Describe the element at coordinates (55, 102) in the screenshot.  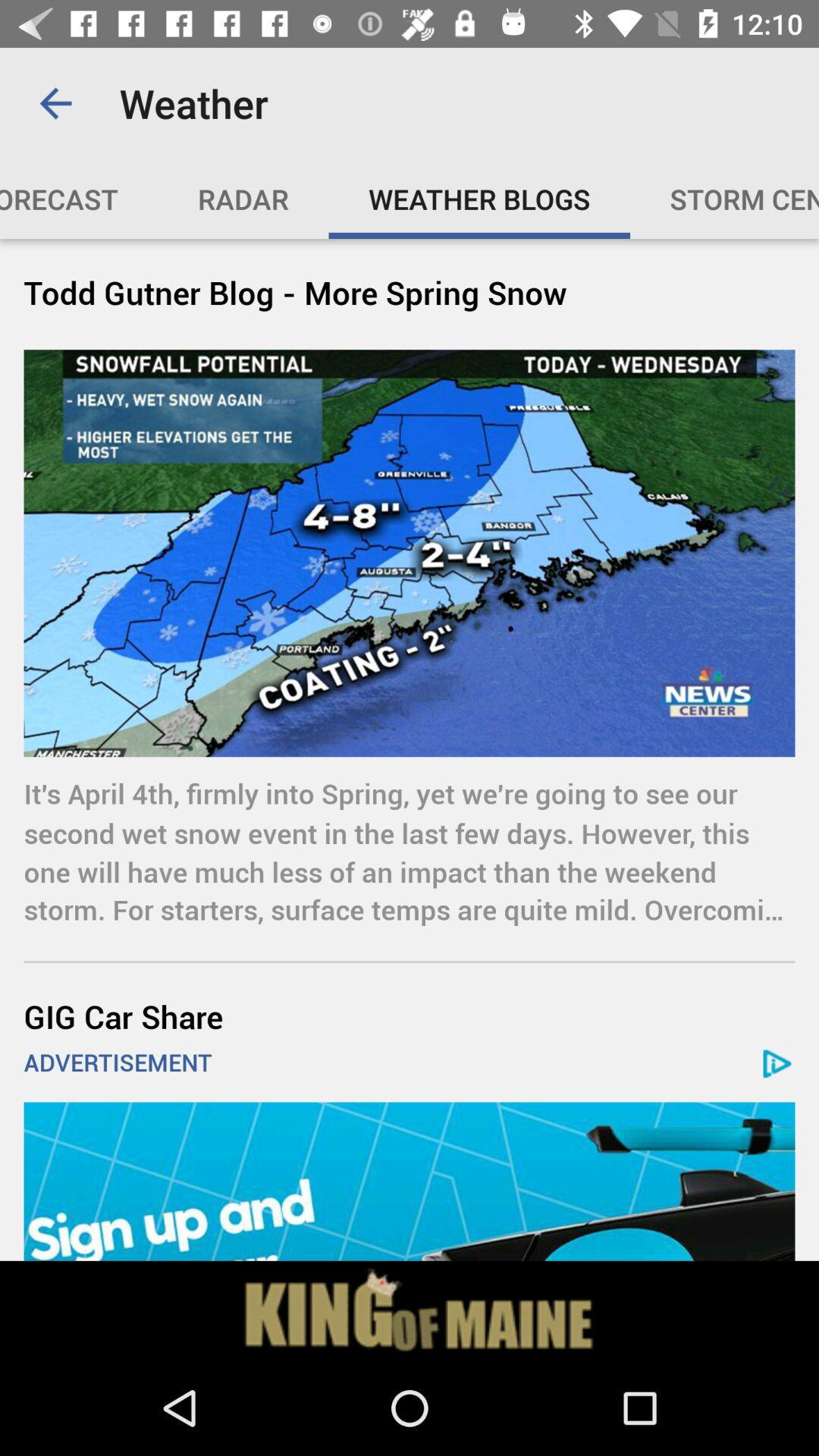
I see `icon next to weather` at that location.